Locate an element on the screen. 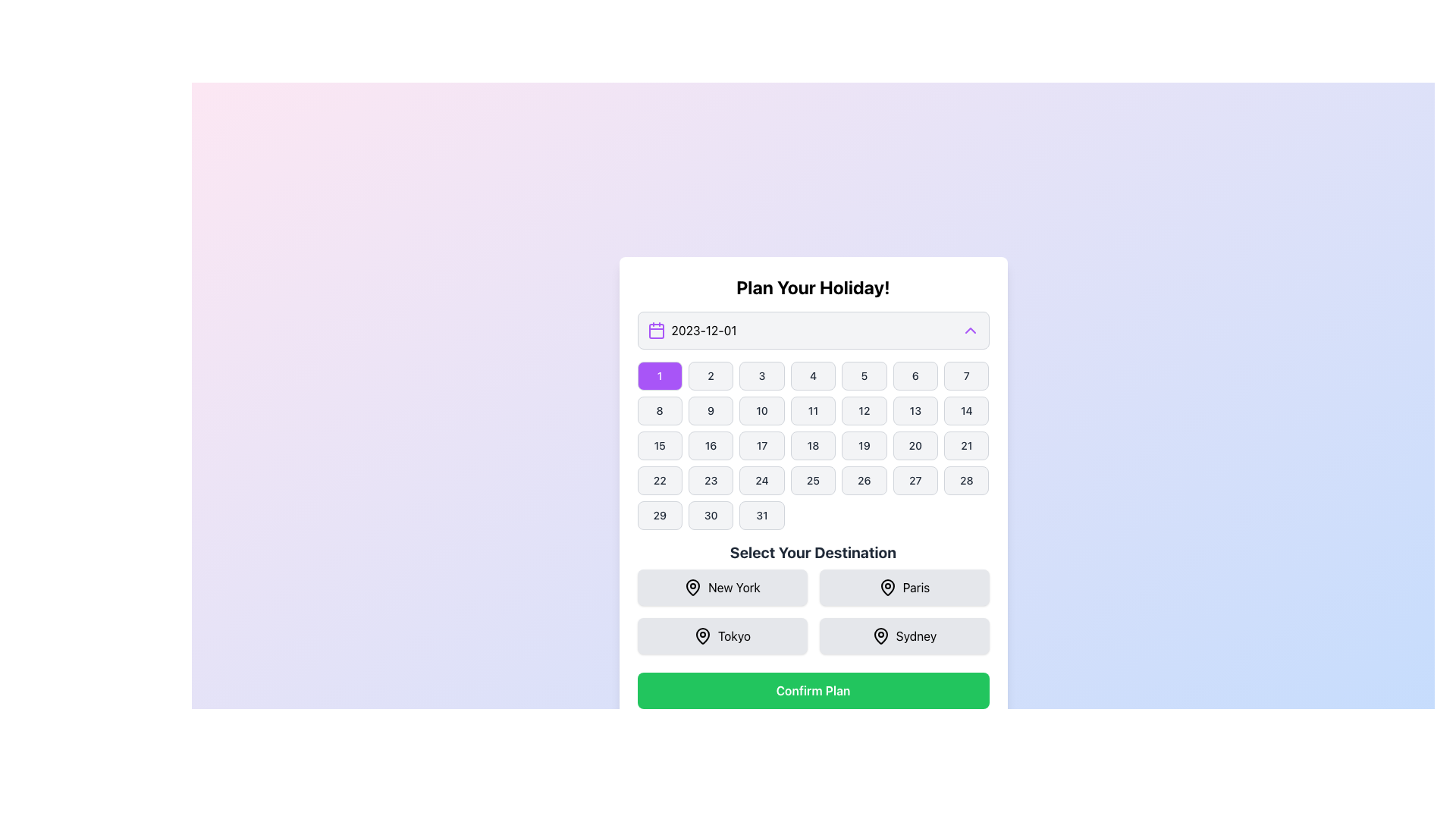 This screenshot has width=1456, height=819. the stylized pin icon located in the second row, first column of the destination selection buttons, beneath the 'Select Your Destination' heading is located at coordinates (701, 635).